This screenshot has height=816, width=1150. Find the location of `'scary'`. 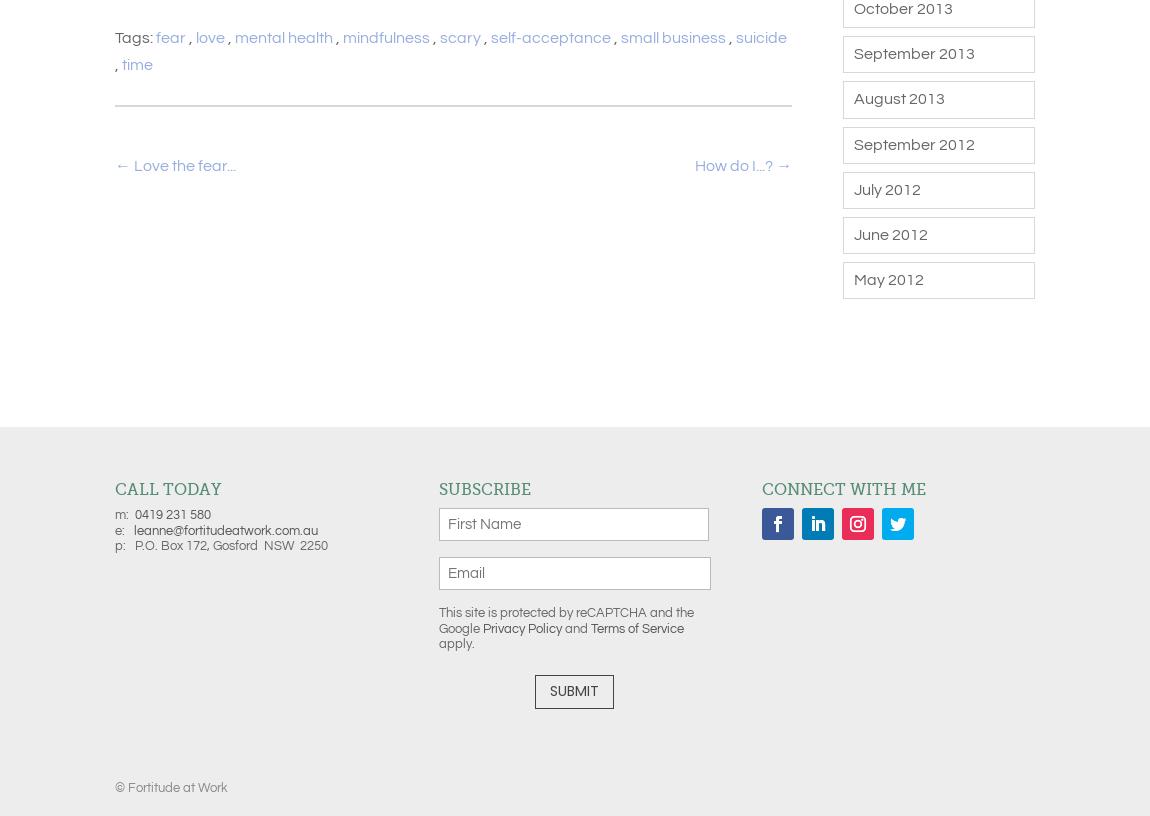

'scary' is located at coordinates (460, 37).